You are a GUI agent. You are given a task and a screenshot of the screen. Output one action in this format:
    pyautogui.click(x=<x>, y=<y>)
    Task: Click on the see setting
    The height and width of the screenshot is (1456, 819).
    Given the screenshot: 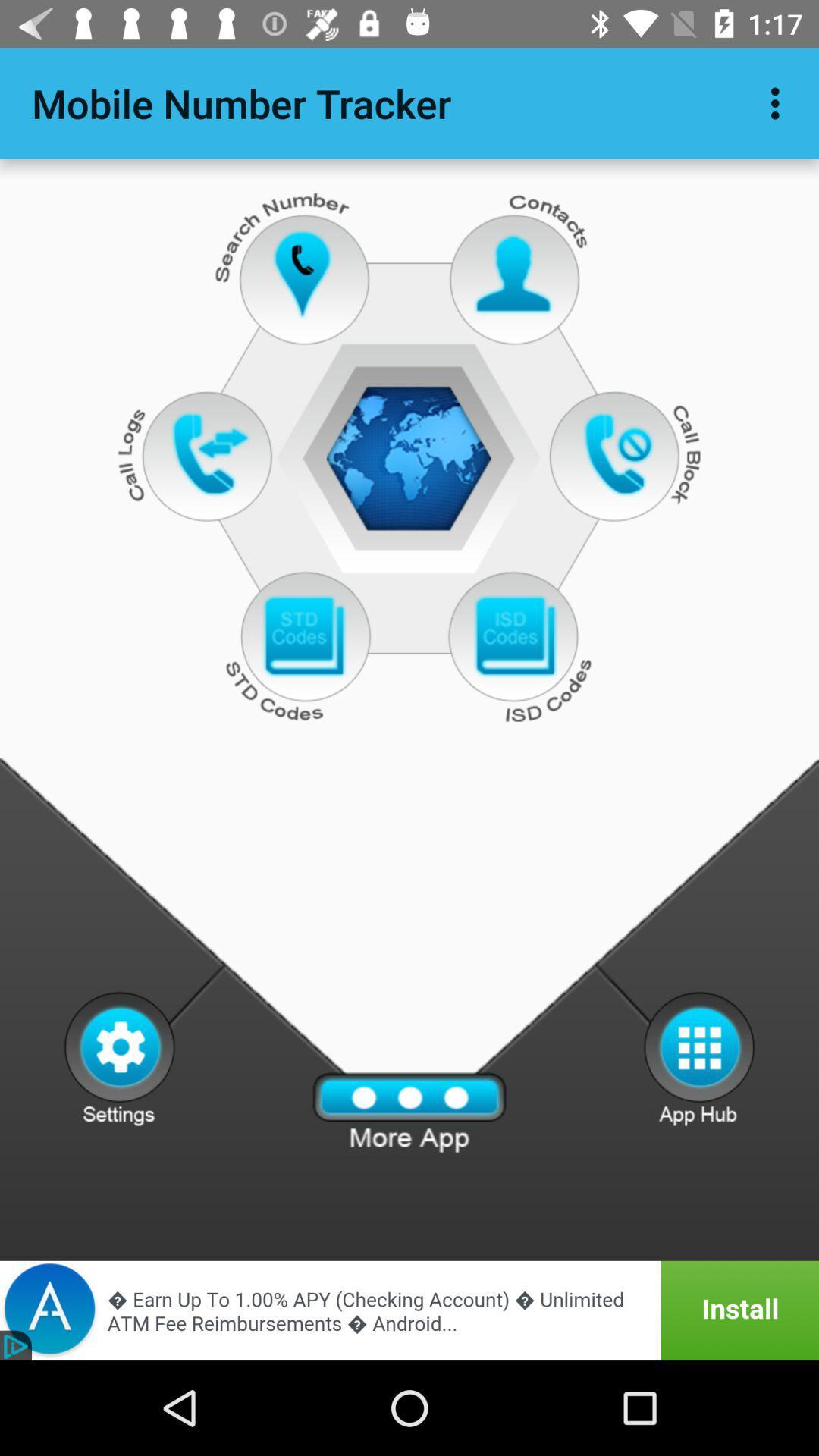 What is the action you would take?
    pyautogui.click(x=118, y=1057)
    